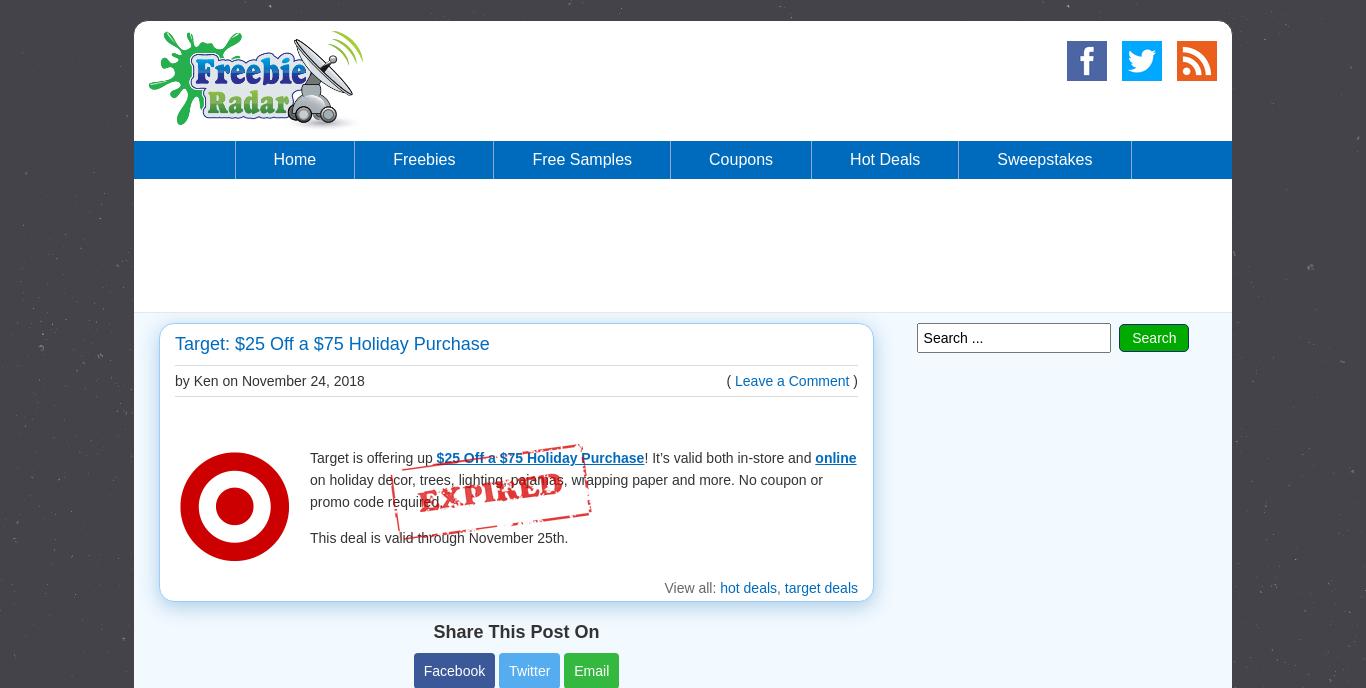 The image size is (1366, 688). I want to click on 'by Ken on', so click(207, 378).